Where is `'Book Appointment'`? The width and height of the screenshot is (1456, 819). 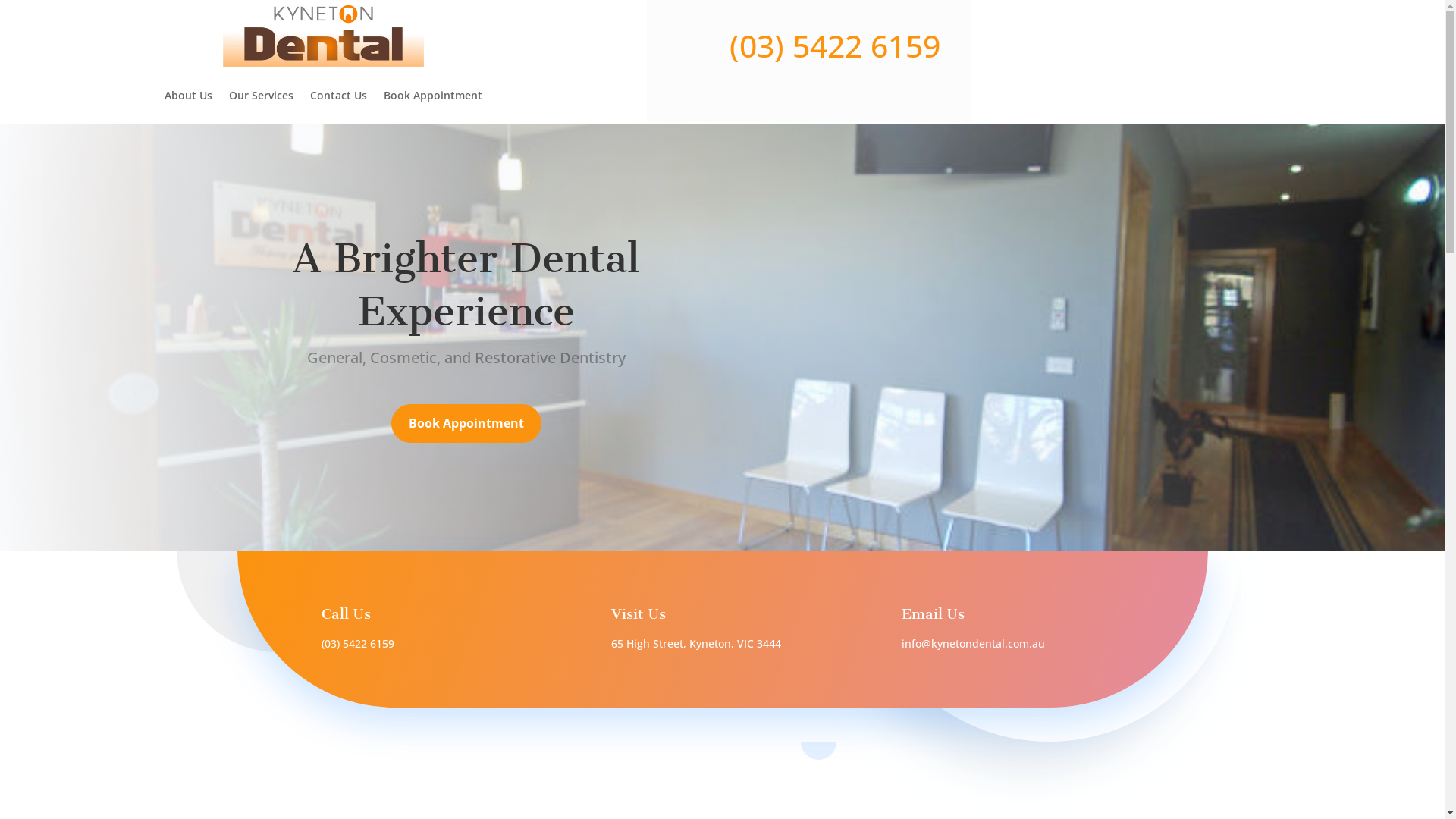 'Book Appointment' is located at coordinates (465, 423).